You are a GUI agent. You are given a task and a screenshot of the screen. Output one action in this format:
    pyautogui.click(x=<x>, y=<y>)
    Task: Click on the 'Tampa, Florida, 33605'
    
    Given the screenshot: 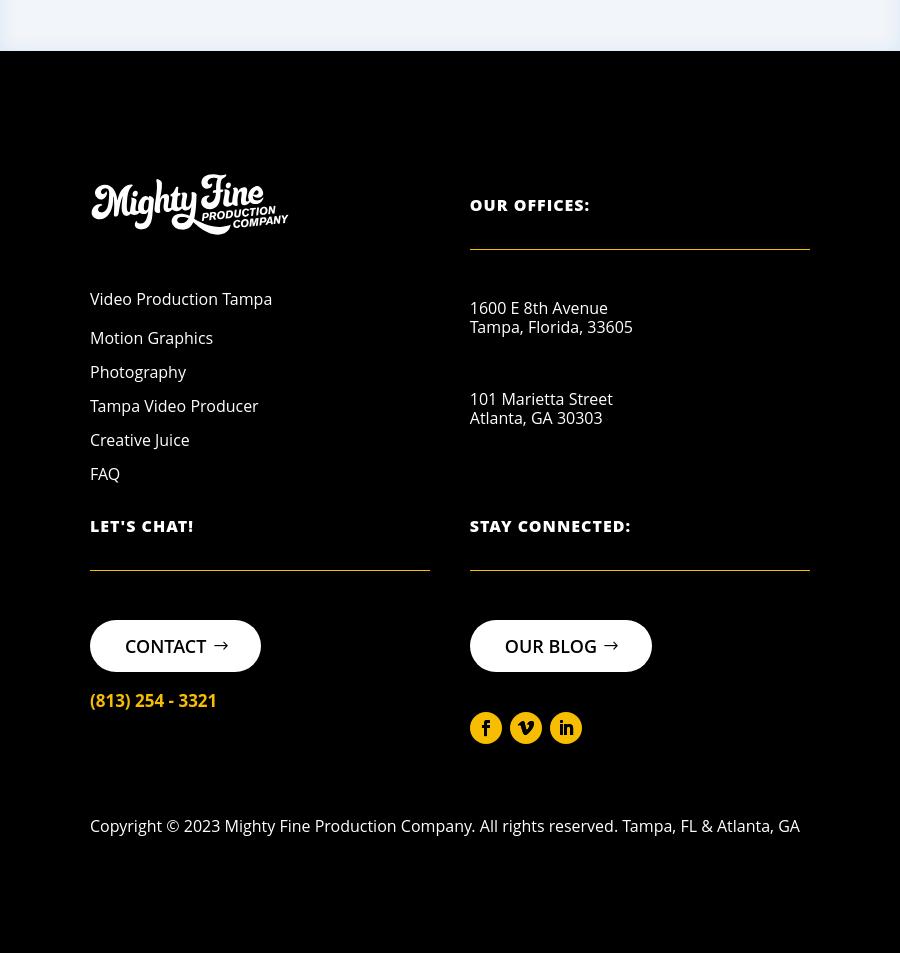 What is the action you would take?
    pyautogui.click(x=467, y=325)
    